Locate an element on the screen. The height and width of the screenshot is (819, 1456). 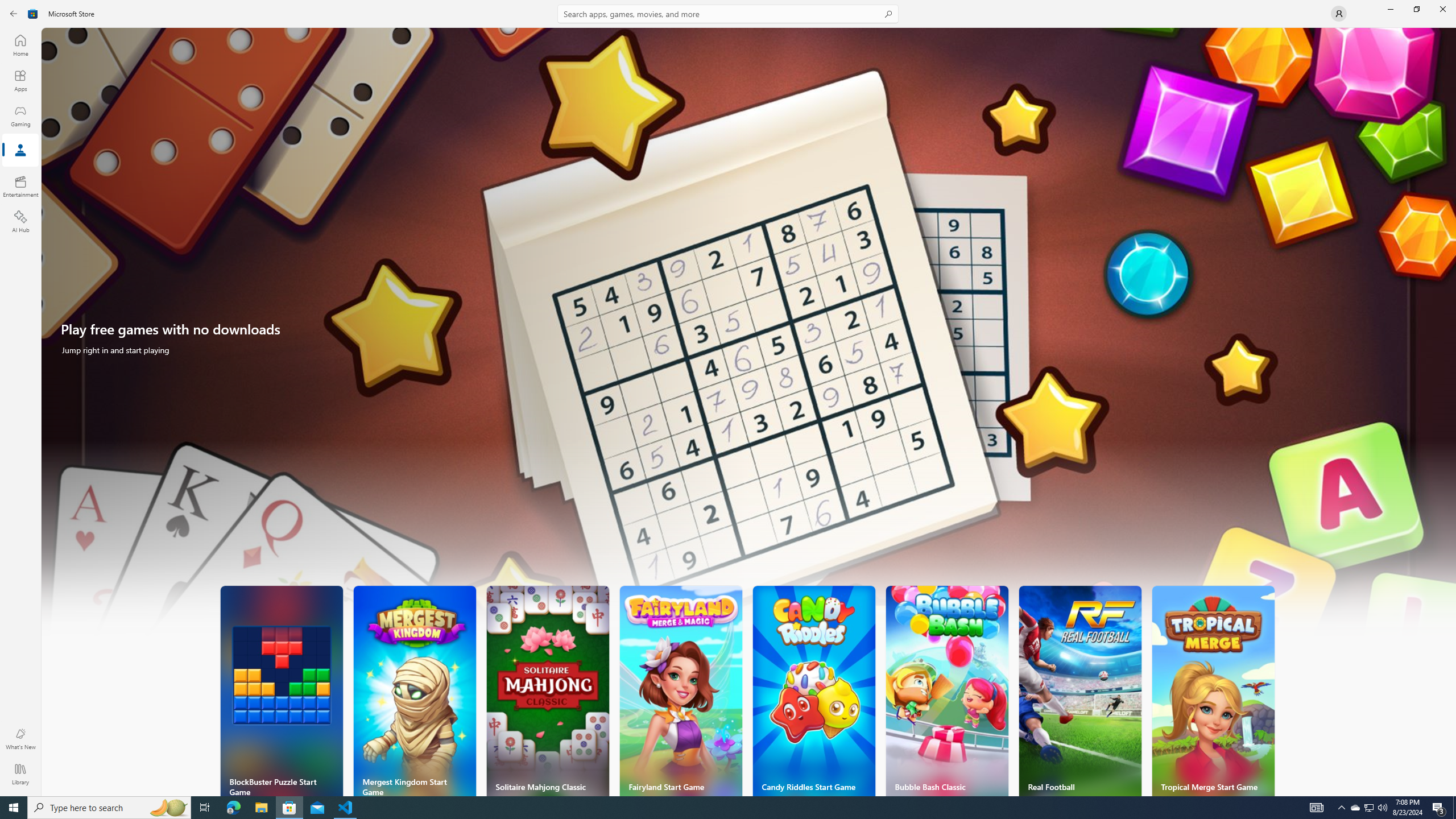
'Apps' is located at coordinates (19, 80).